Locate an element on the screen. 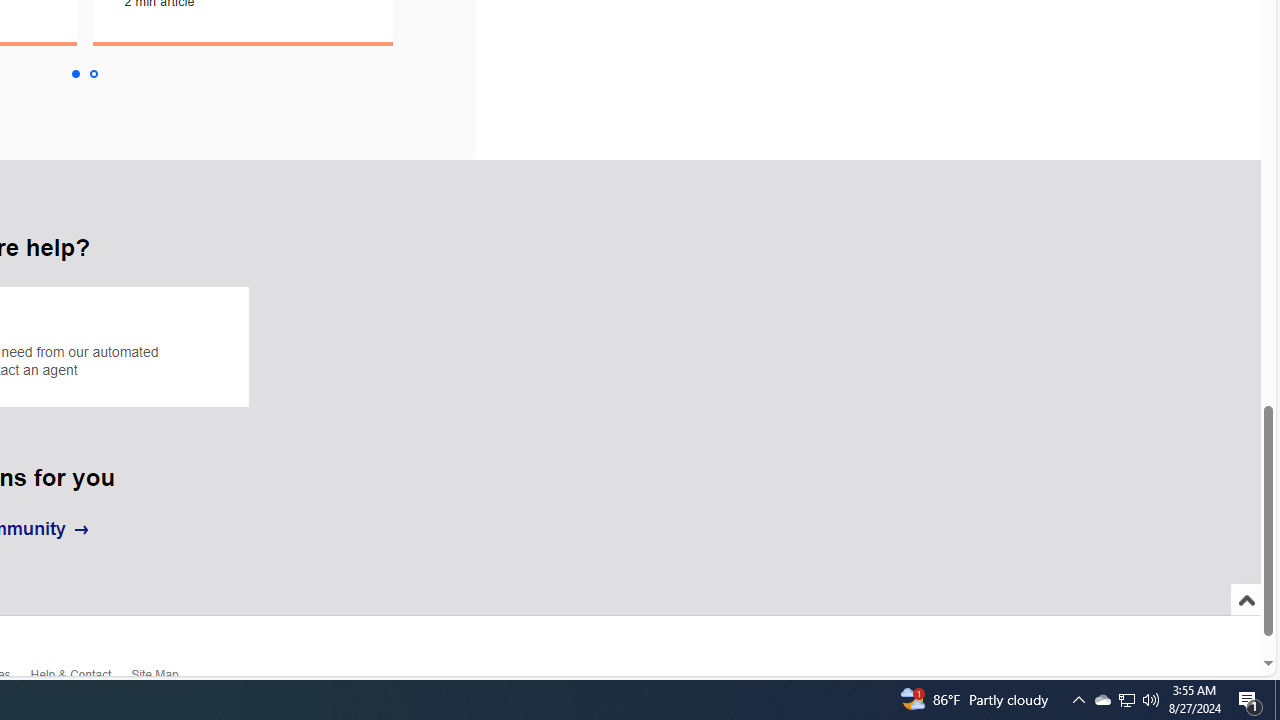 The height and width of the screenshot is (720, 1280). 'Slide 1 selected' is located at coordinates (74, 73).